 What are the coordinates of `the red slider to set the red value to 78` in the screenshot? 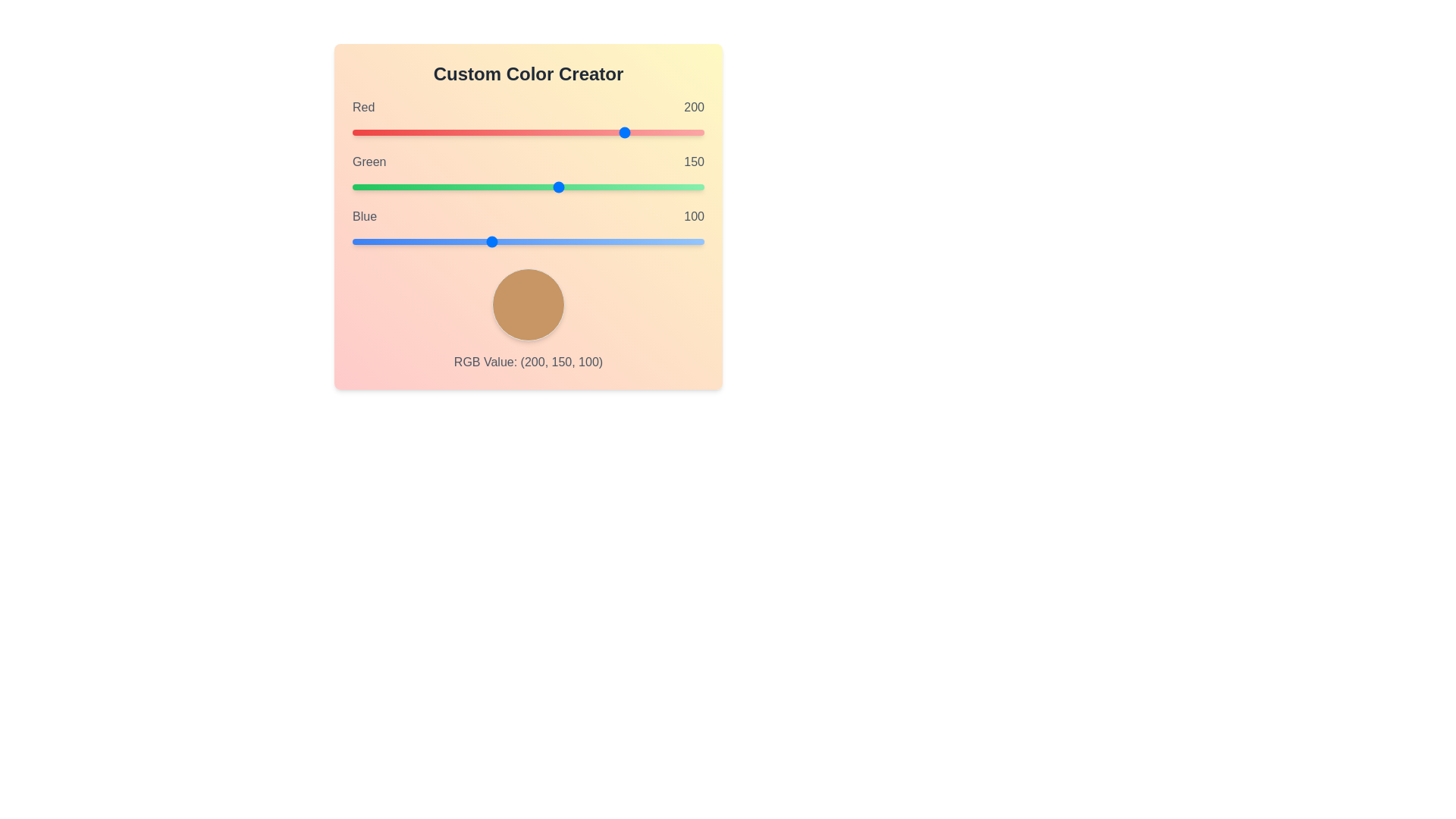 It's located at (459, 131).